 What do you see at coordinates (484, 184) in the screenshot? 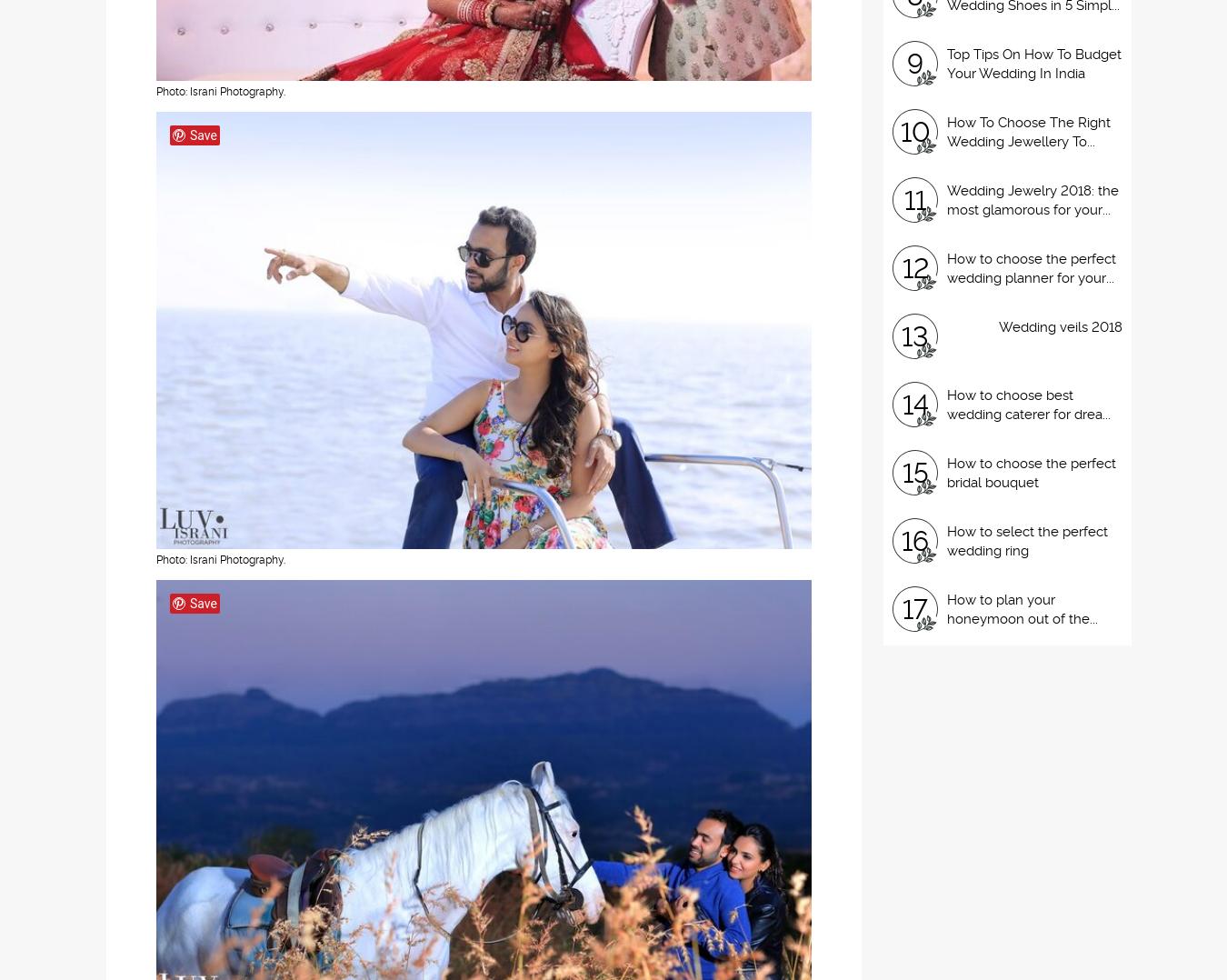
I see `'Pallavi decided to proposed to Karan in the most romantic way ever. After this, there was no looking back. The amazing wedding photography is done by The Knotty Story.'` at bounding box center [484, 184].